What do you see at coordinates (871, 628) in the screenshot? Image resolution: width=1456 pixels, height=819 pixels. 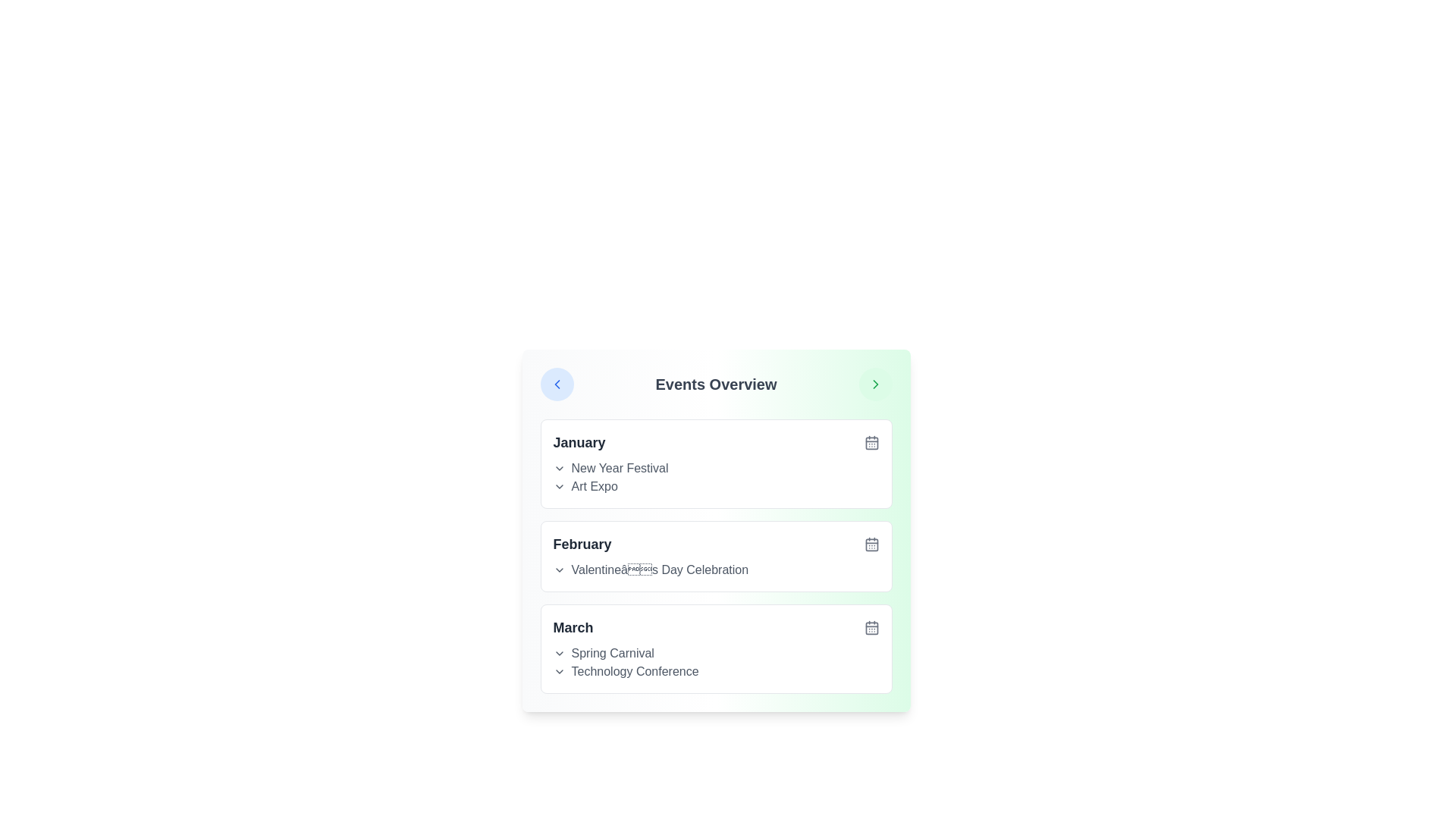 I see `the calendar icon for the month March` at bounding box center [871, 628].